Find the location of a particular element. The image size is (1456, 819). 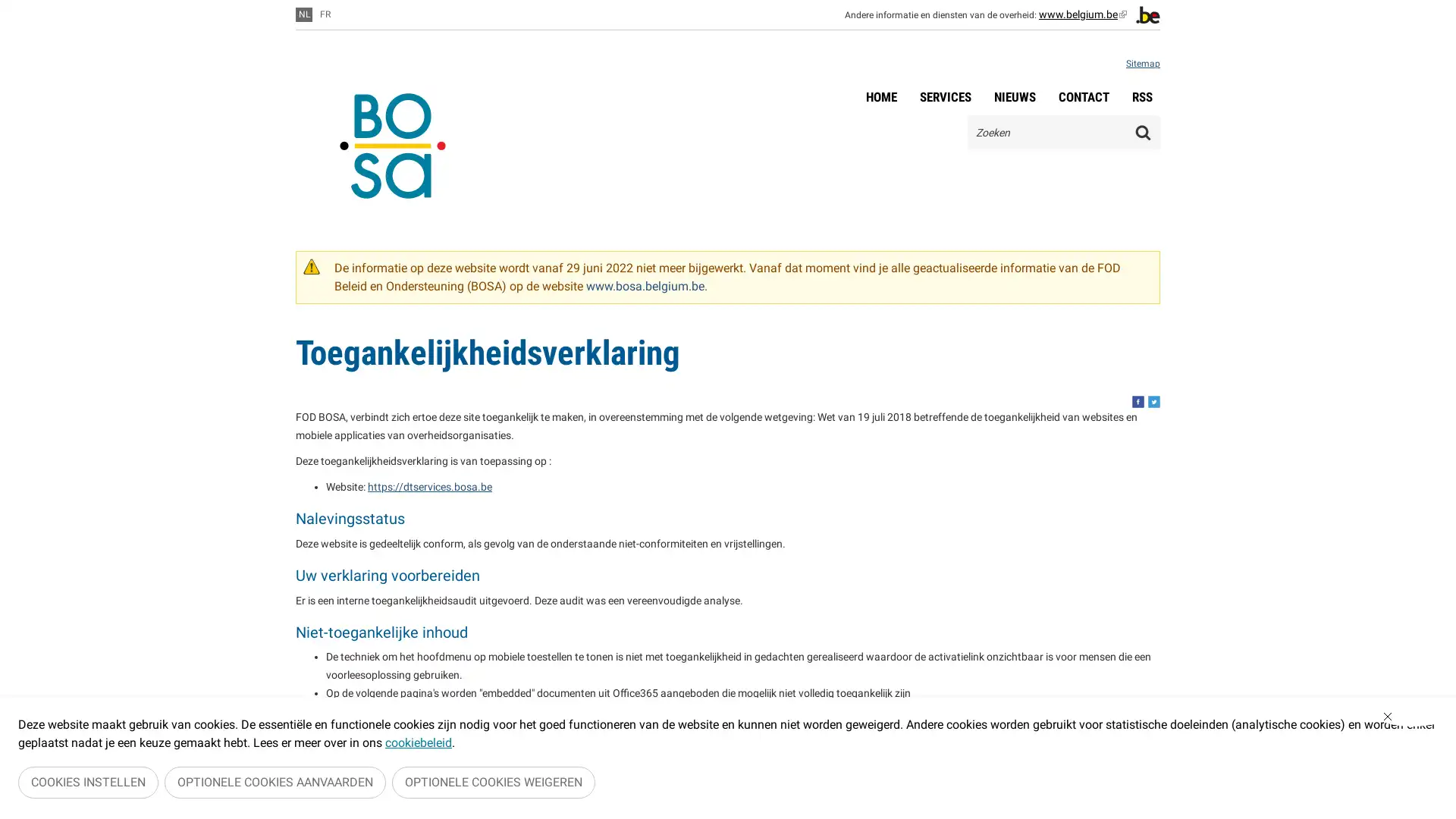

COOKIES INSTELLEN is located at coordinates (87, 784).